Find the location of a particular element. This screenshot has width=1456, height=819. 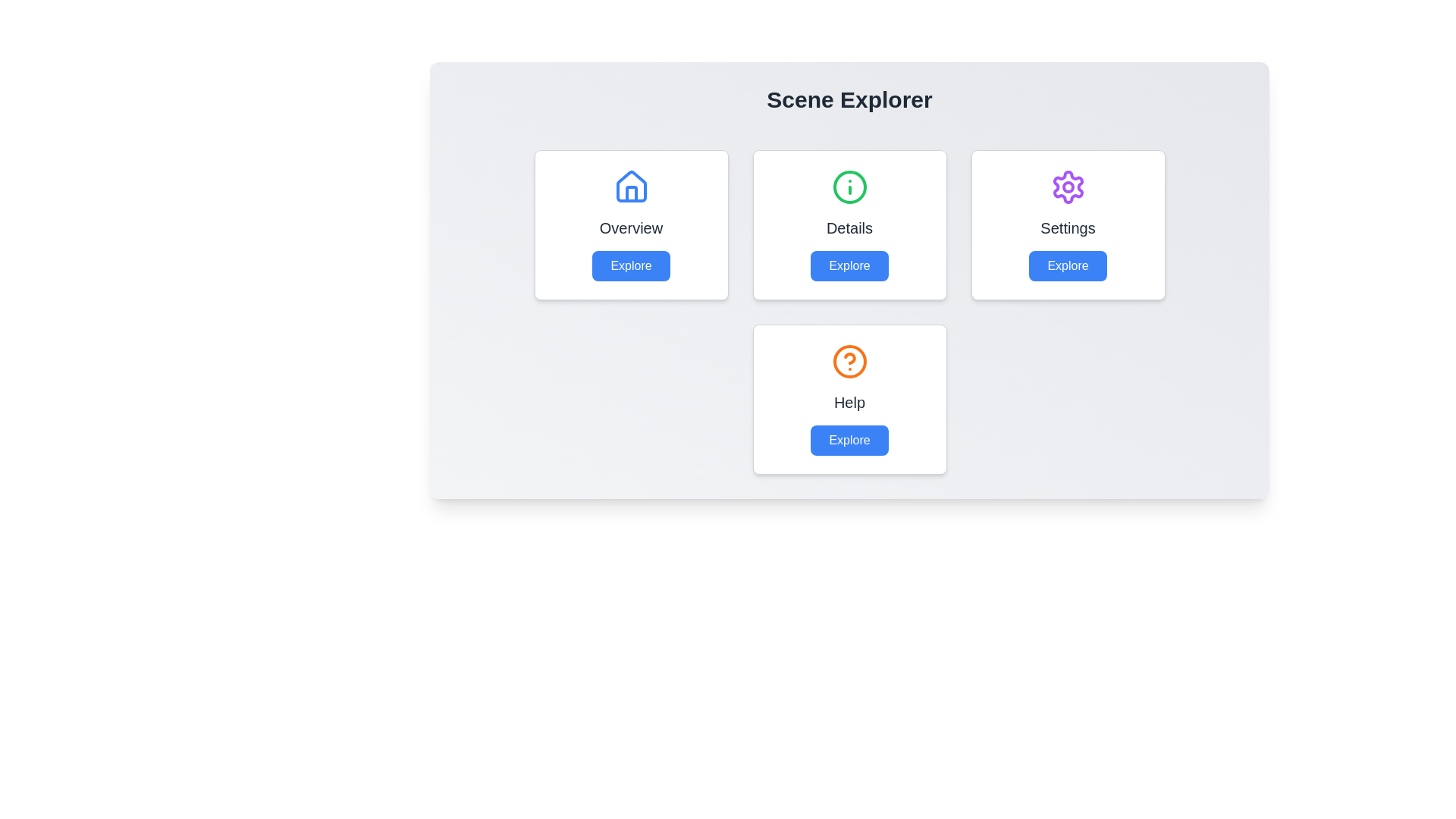

the blue button with rounded corners labeled 'Explore' located at the bottom of the 'Details' card to visualize its hover effects is located at coordinates (849, 265).